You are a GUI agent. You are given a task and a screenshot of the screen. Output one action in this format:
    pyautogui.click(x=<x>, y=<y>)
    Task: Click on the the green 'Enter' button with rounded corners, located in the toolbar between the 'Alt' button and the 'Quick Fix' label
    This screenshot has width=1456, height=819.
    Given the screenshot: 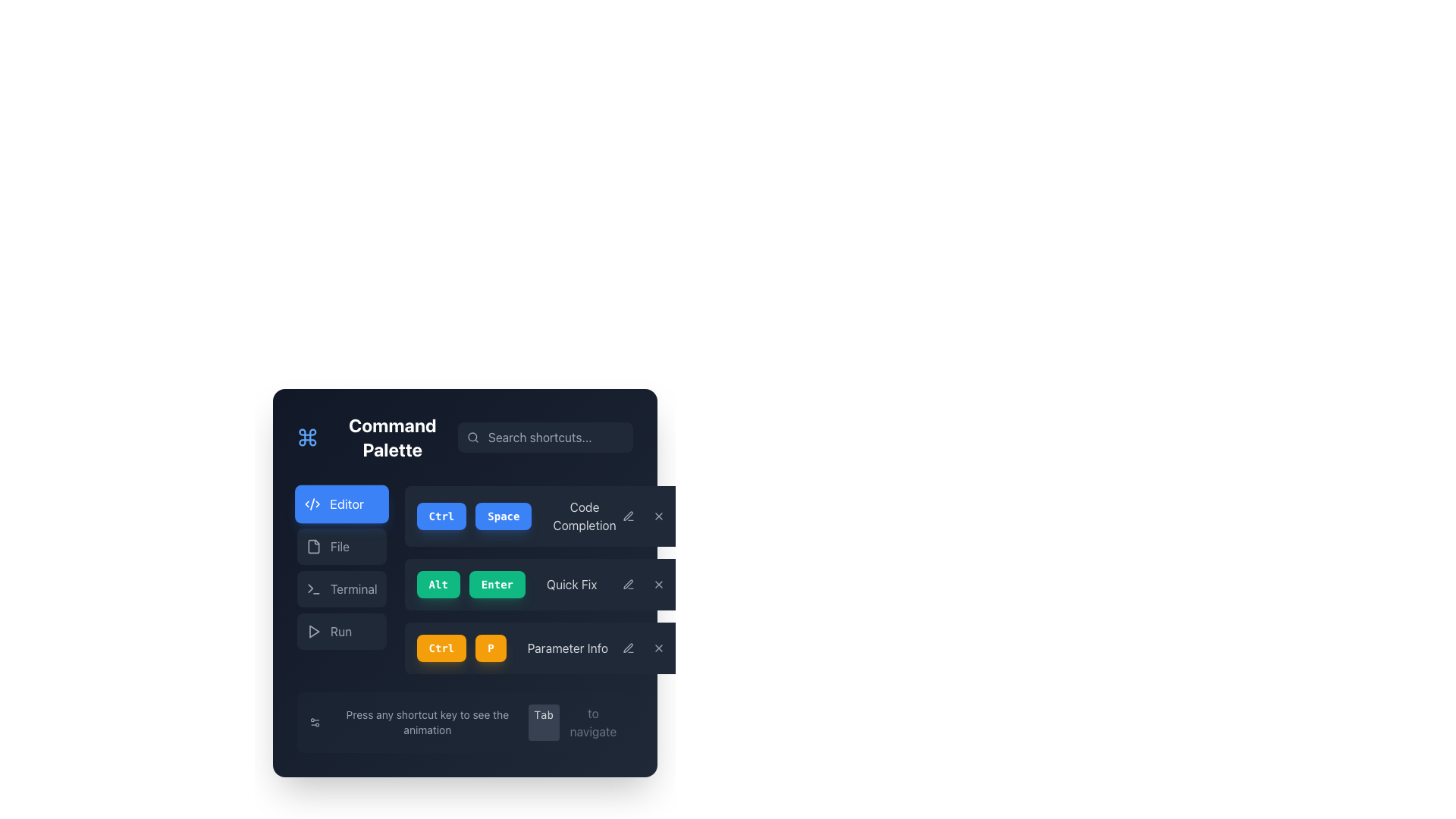 What is the action you would take?
    pyautogui.click(x=497, y=584)
    